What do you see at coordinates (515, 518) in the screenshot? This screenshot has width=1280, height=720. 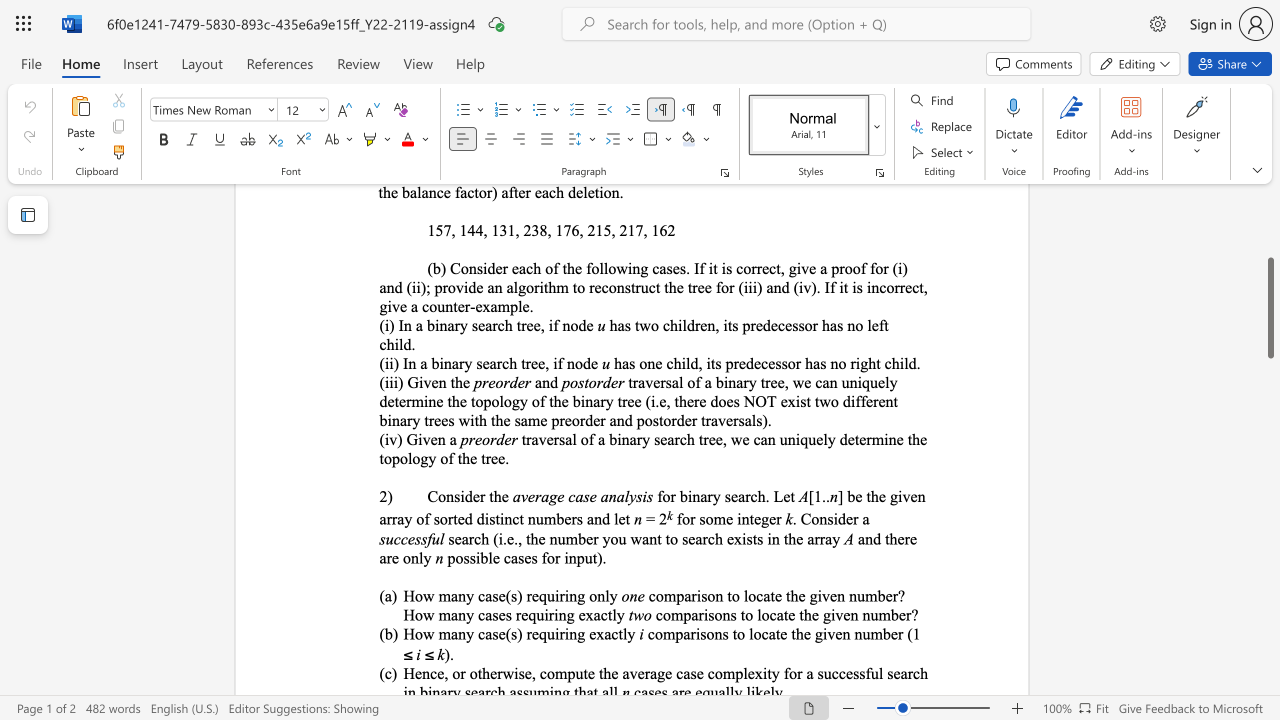 I see `the 1th character "c" in the text` at bounding box center [515, 518].